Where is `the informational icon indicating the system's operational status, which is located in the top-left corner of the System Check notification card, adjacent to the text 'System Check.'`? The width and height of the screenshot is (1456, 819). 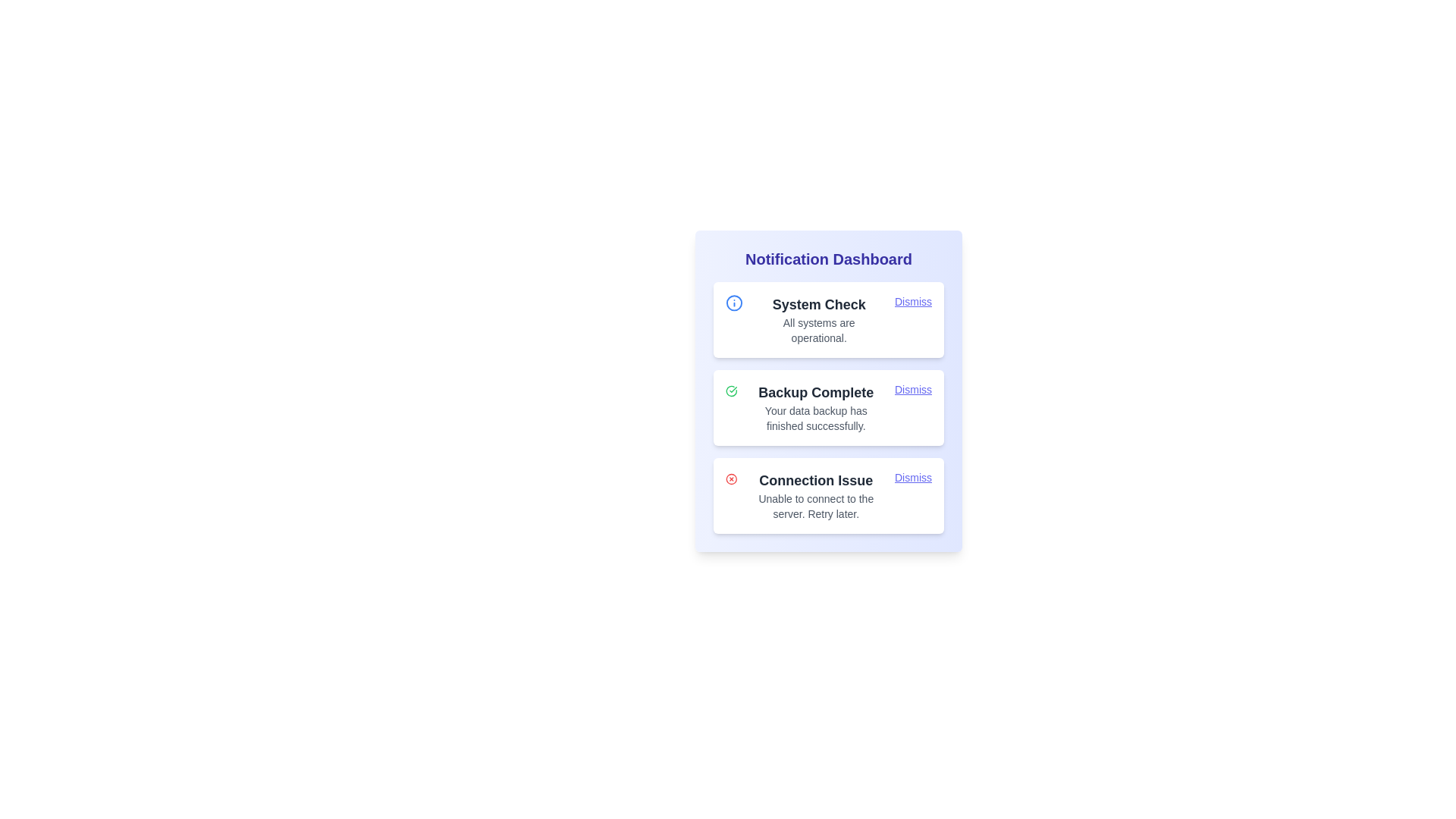
the informational icon indicating the system's operational status, which is located in the top-left corner of the System Check notification card, adjacent to the text 'System Check.' is located at coordinates (734, 303).